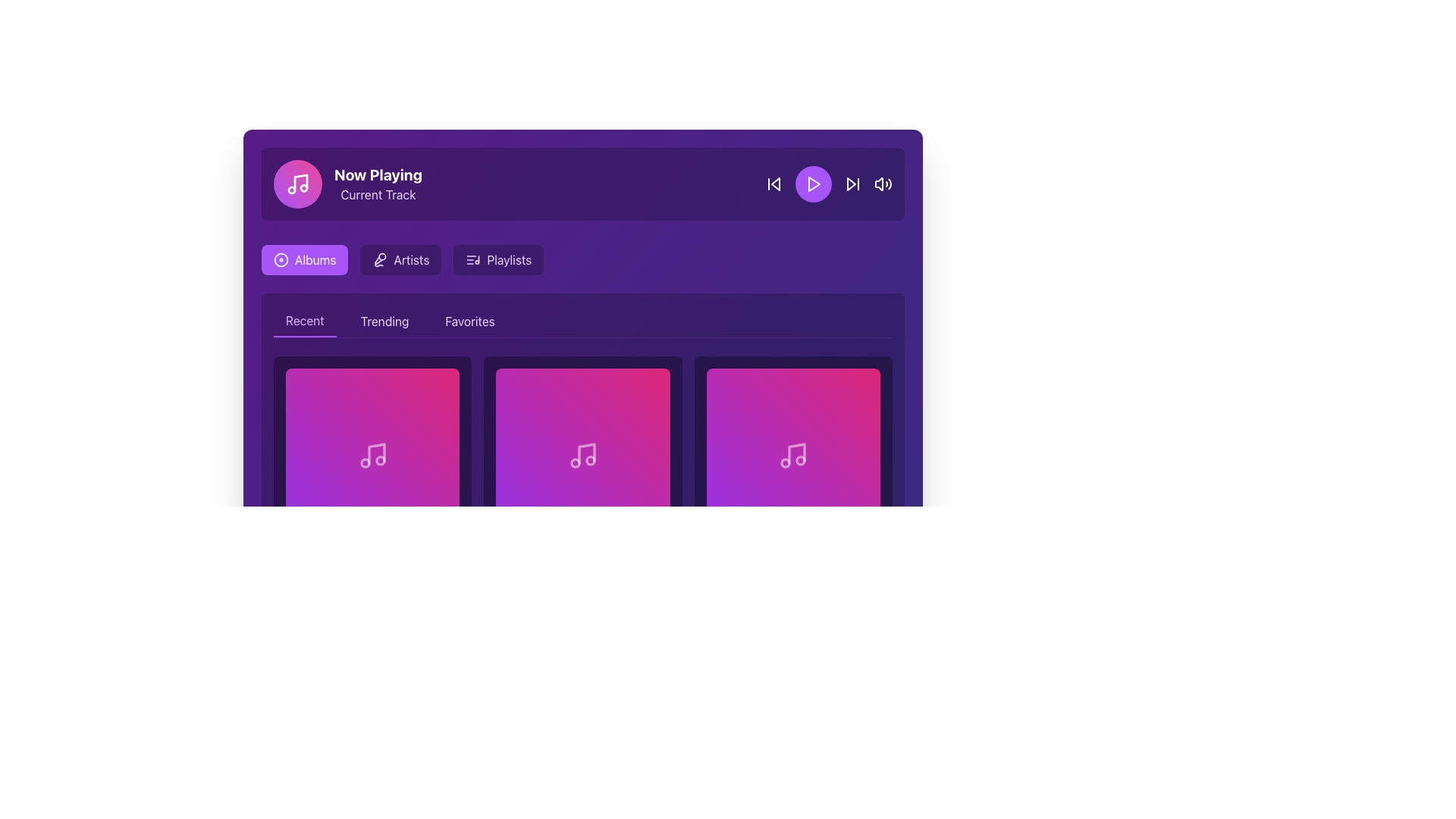 The height and width of the screenshot is (819, 1456). I want to click on the rightmost SVG Circle Element representing a musical note icon located in the middle of the page, so click(800, 460).